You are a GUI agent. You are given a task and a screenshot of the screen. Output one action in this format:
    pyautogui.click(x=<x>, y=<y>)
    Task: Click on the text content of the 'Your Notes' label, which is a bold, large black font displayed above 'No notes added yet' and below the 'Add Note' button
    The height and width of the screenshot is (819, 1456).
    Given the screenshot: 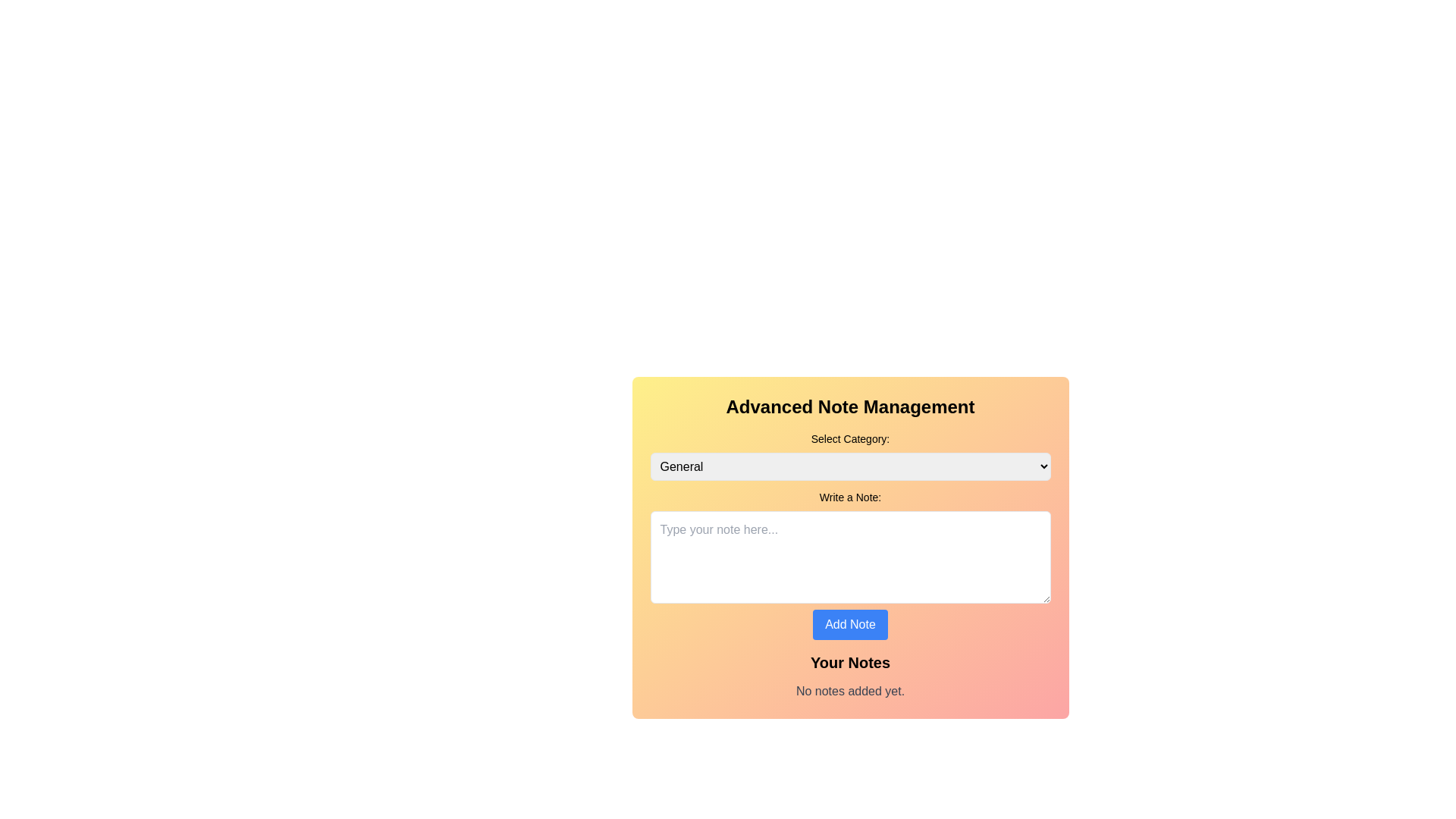 What is the action you would take?
    pyautogui.click(x=850, y=662)
    